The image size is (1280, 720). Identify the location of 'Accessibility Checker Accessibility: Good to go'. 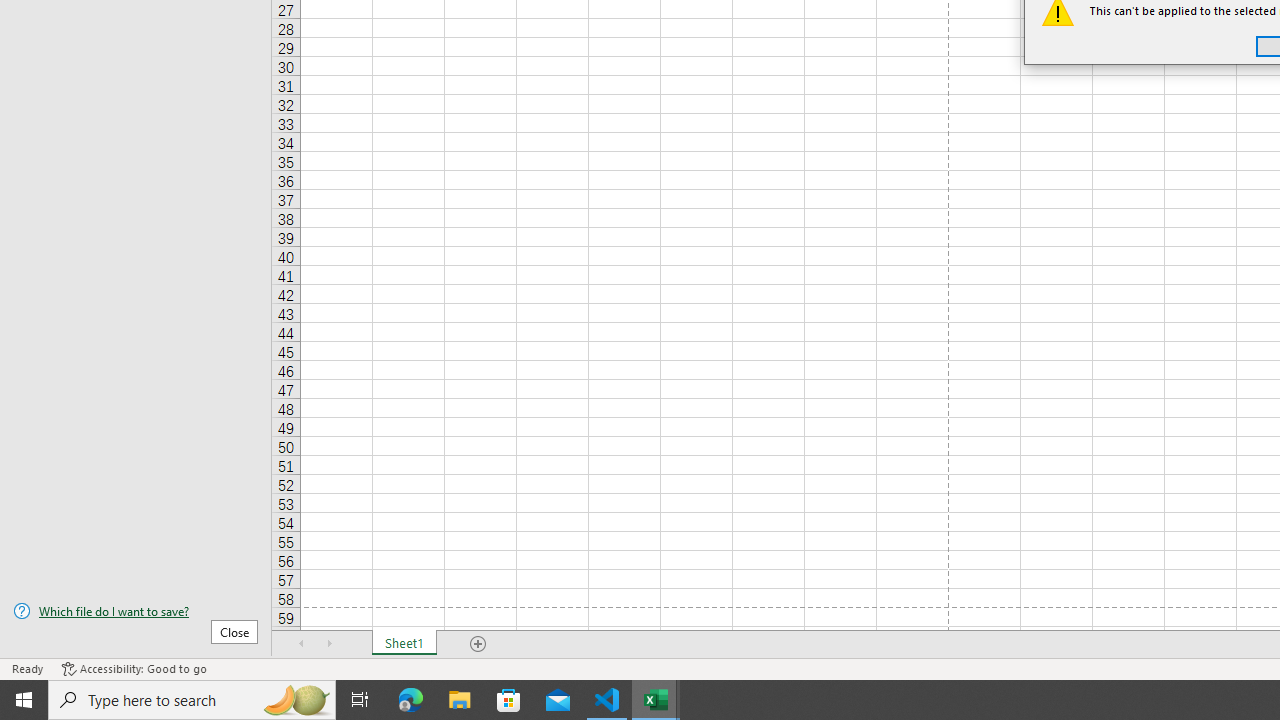
(133, 669).